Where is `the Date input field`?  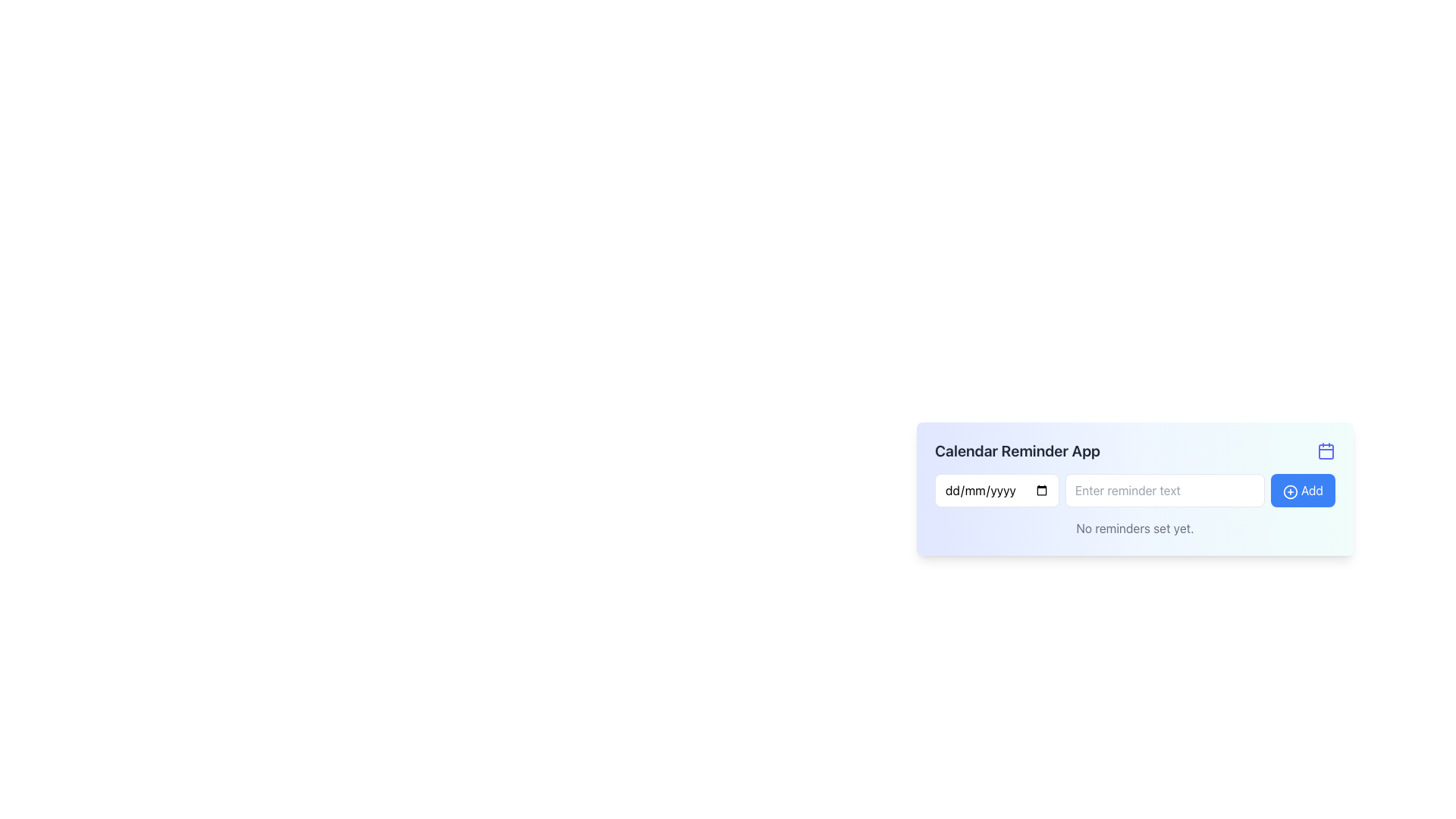 the Date input field is located at coordinates (997, 491).